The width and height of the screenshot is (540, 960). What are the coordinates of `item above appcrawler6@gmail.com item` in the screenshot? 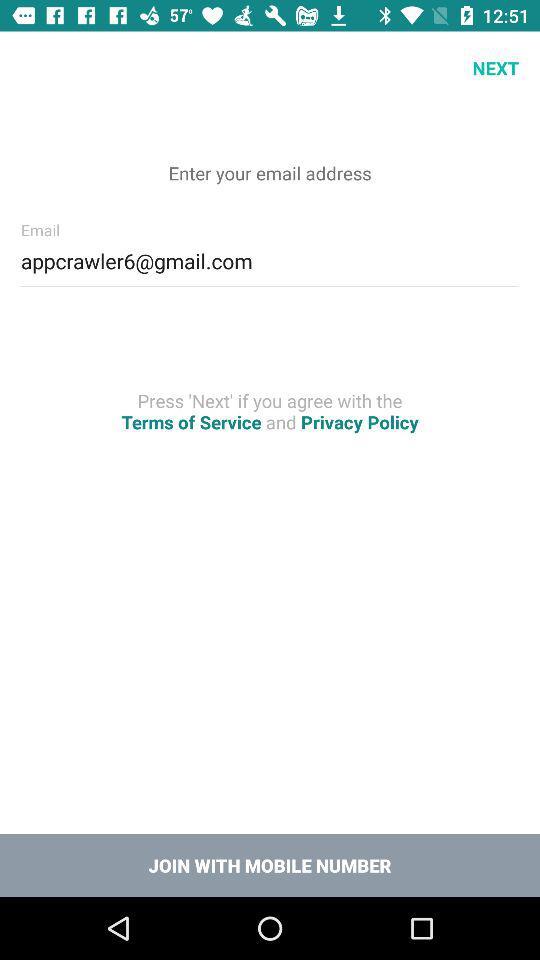 It's located at (36, 68).